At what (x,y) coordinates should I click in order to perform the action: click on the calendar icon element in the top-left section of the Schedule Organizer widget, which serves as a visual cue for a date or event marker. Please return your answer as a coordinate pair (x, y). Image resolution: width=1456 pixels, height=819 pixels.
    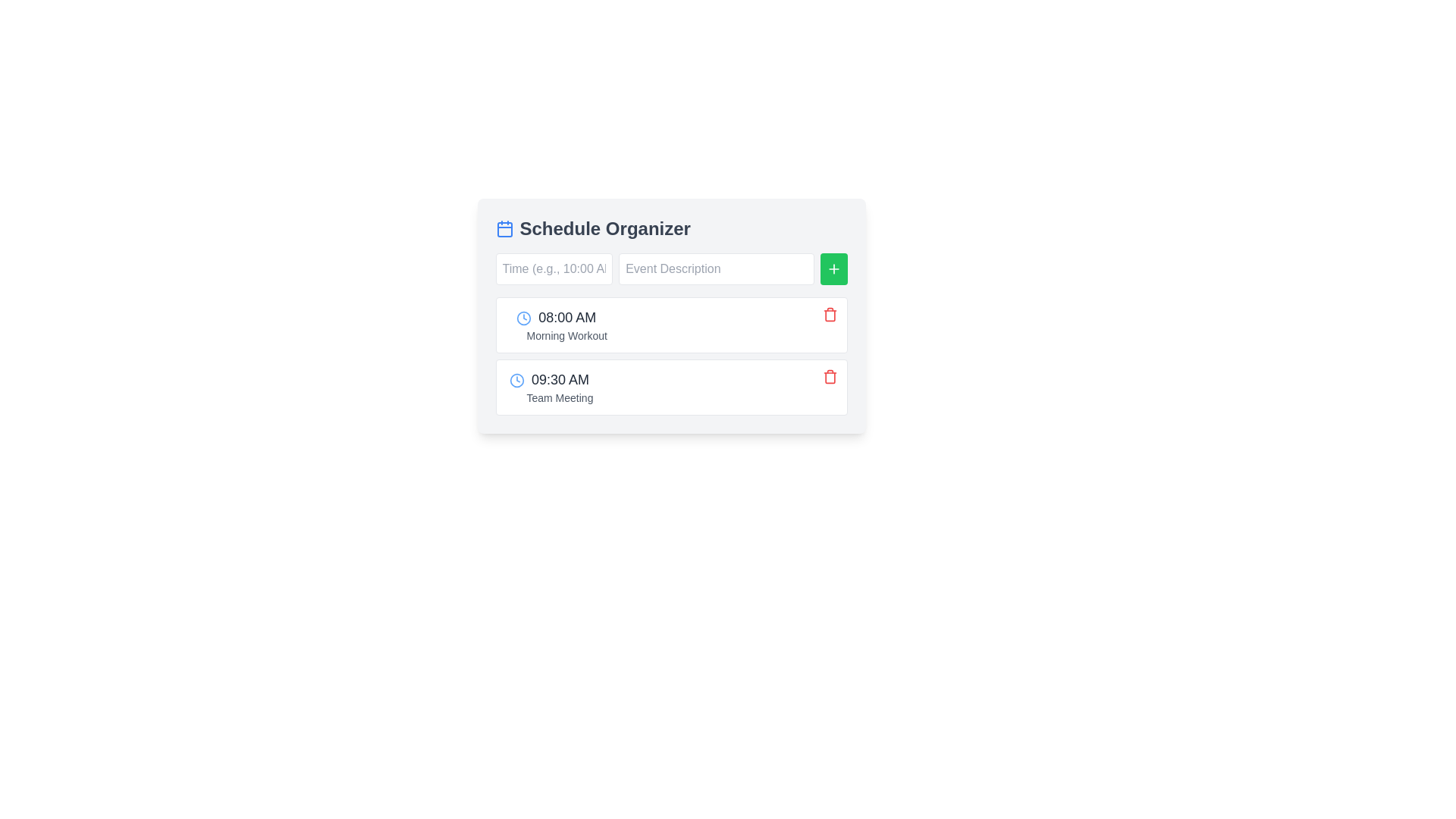
    Looking at the image, I should click on (504, 230).